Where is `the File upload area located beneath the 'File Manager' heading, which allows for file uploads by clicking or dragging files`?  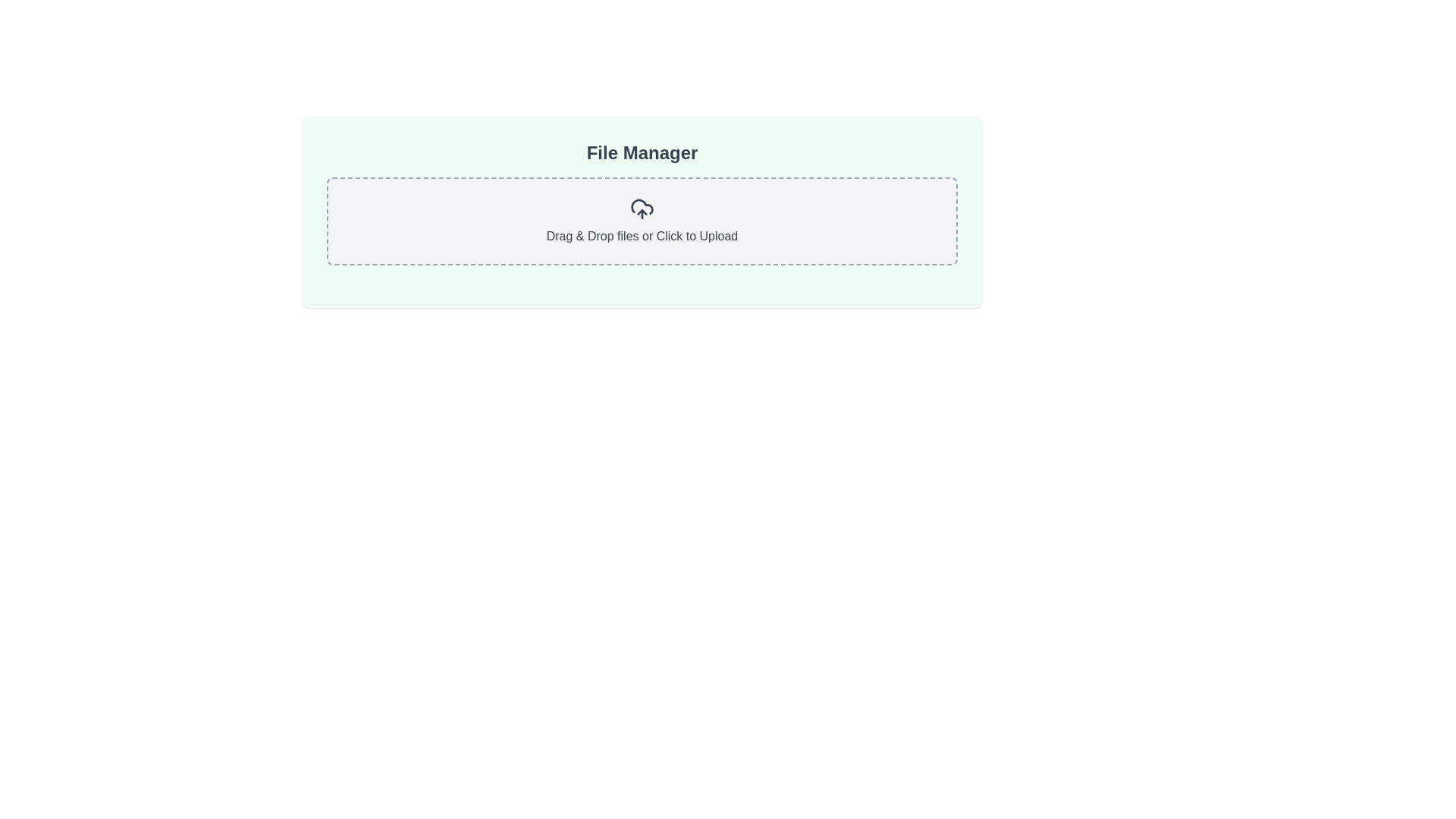
the File upload area located beneath the 'File Manager' heading, which allows for file uploads by clicking or dragging files is located at coordinates (642, 221).